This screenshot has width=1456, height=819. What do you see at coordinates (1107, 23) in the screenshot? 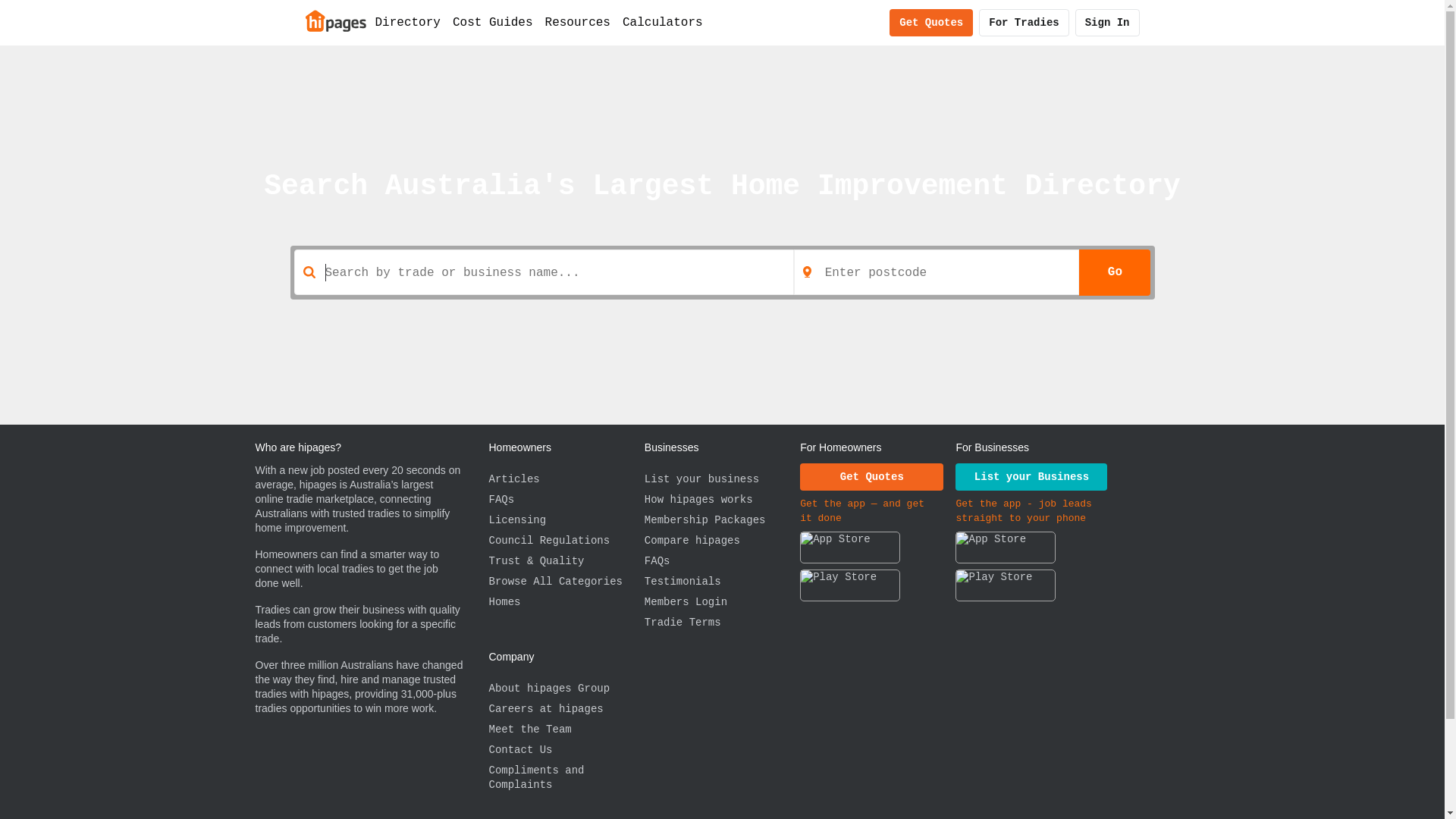
I see `'Sign In'` at bounding box center [1107, 23].